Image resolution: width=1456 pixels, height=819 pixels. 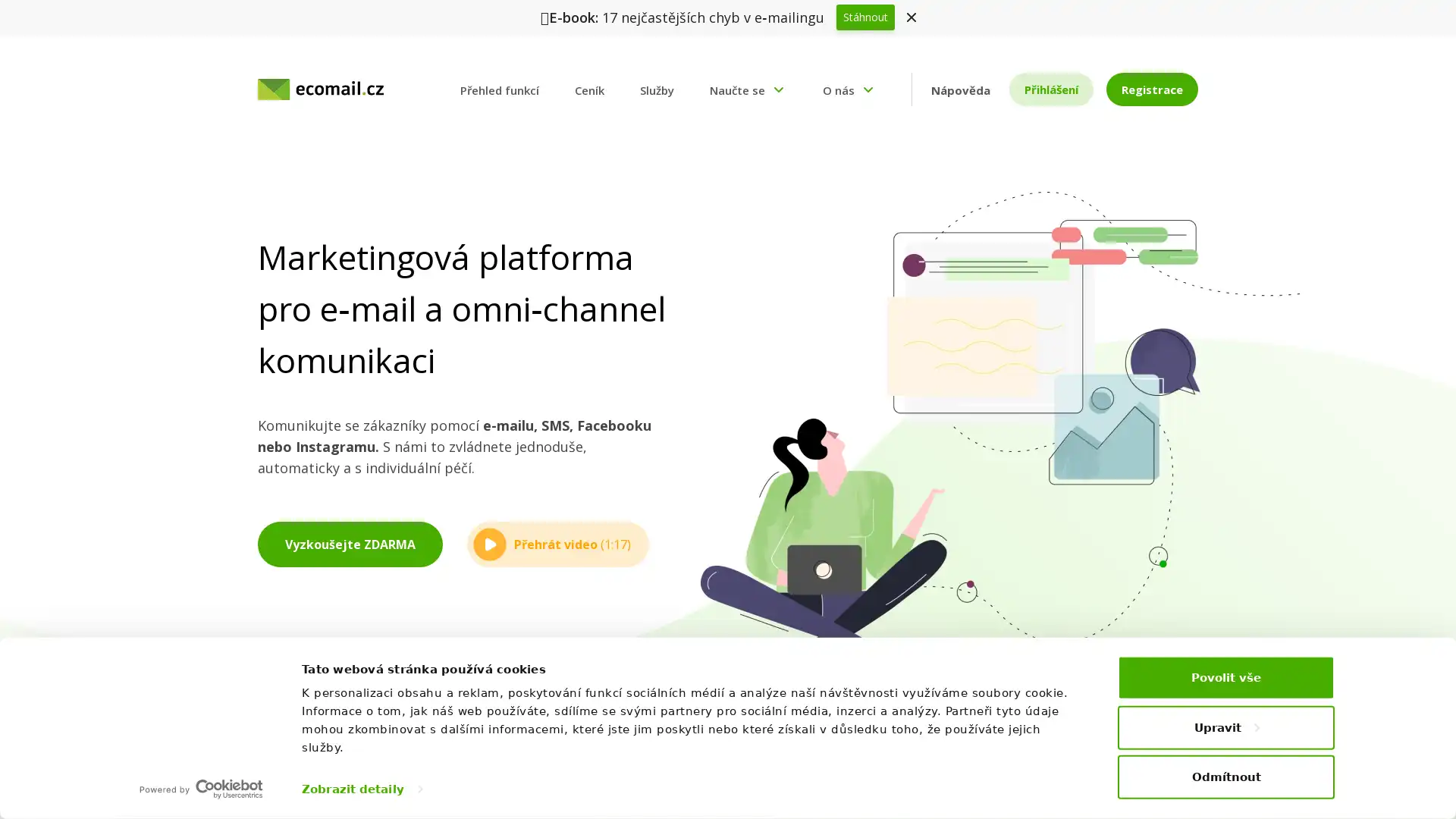 What do you see at coordinates (1226, 676) in the screenshot?
I see `Povolit vse` at bounding box center [1226, 676].